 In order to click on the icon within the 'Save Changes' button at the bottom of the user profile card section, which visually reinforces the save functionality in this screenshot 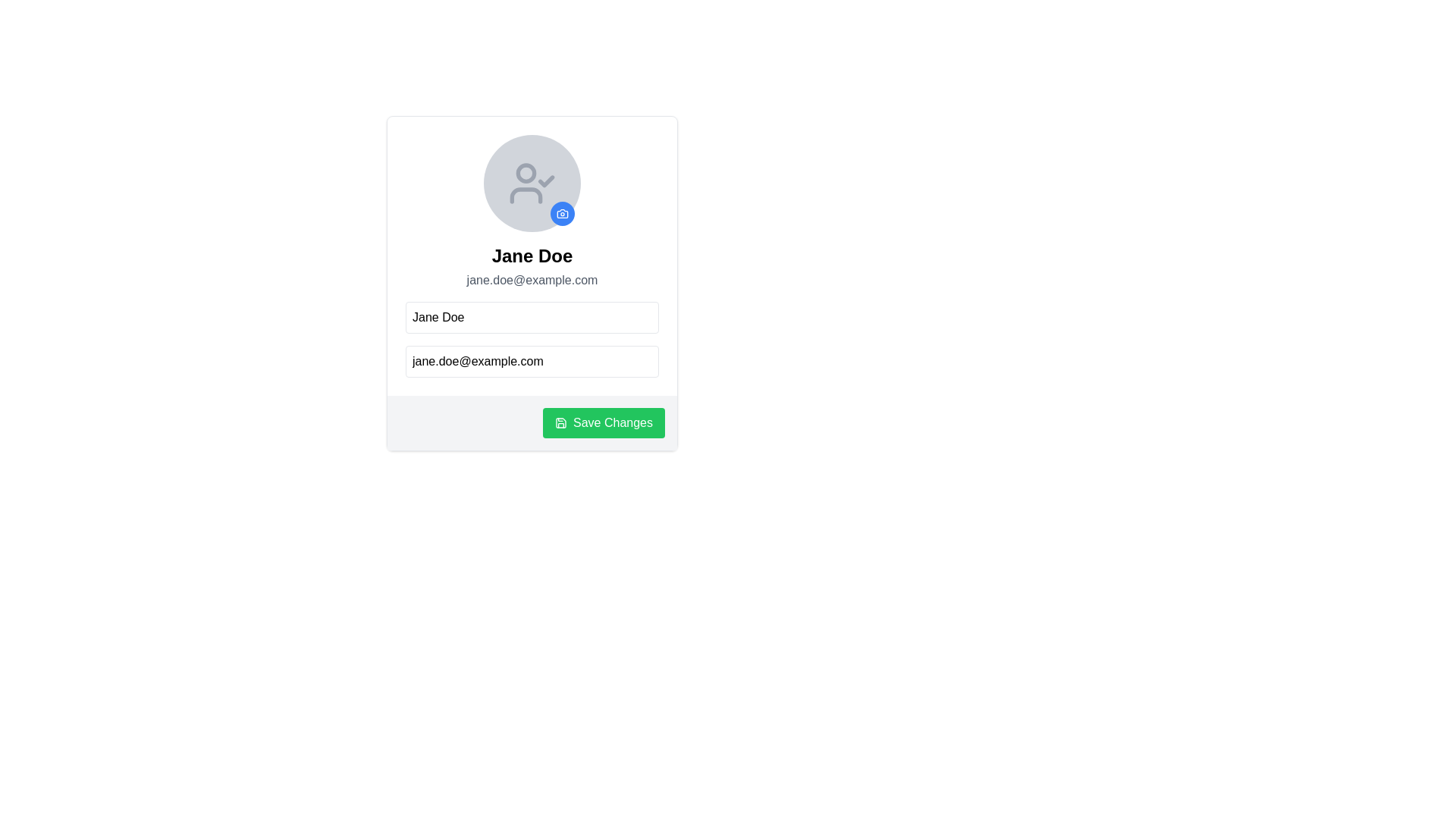, I will do `click(560, 423)`.